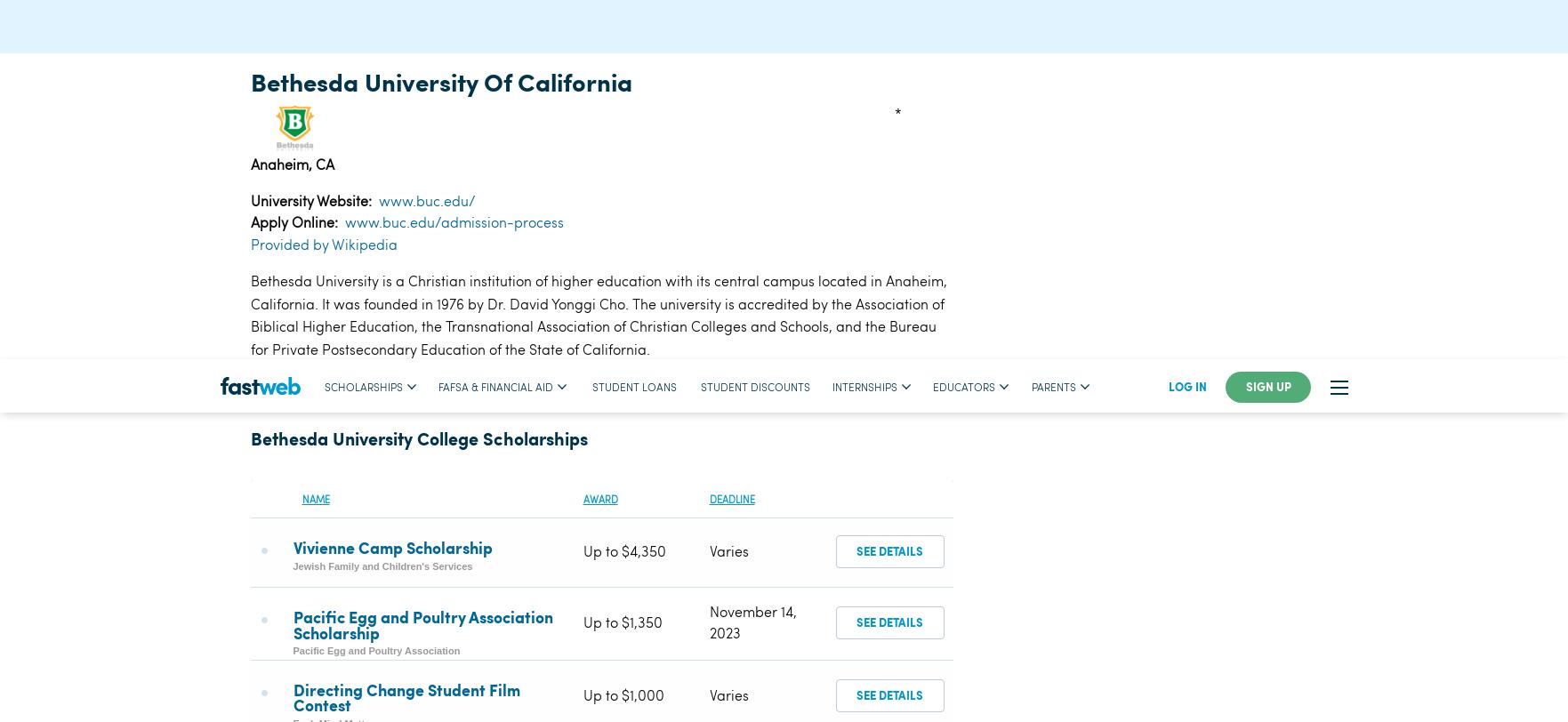 Image resolution: width=1568 pixels, height=722 pixels. What do you see at coordinates (388, 582) in the screenshot?
I see `'California Department of Veterans Affairs'` at bounding box center [388, 582].